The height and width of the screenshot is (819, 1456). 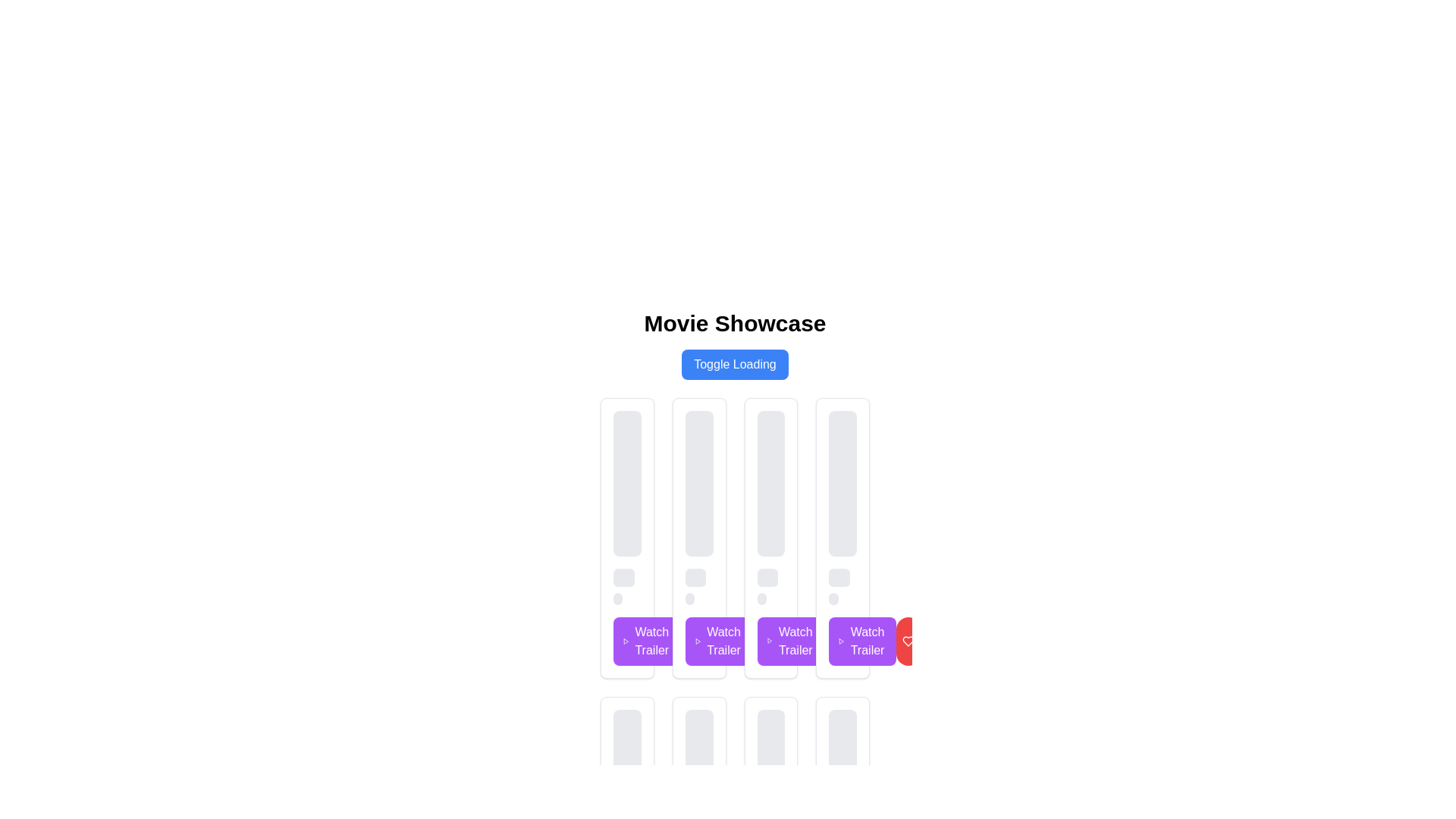 I want to click on the first Placeholder block with a light gray background and rounded corners, positioned in the middle of a scrolling interface, so click(x=770, y=483).